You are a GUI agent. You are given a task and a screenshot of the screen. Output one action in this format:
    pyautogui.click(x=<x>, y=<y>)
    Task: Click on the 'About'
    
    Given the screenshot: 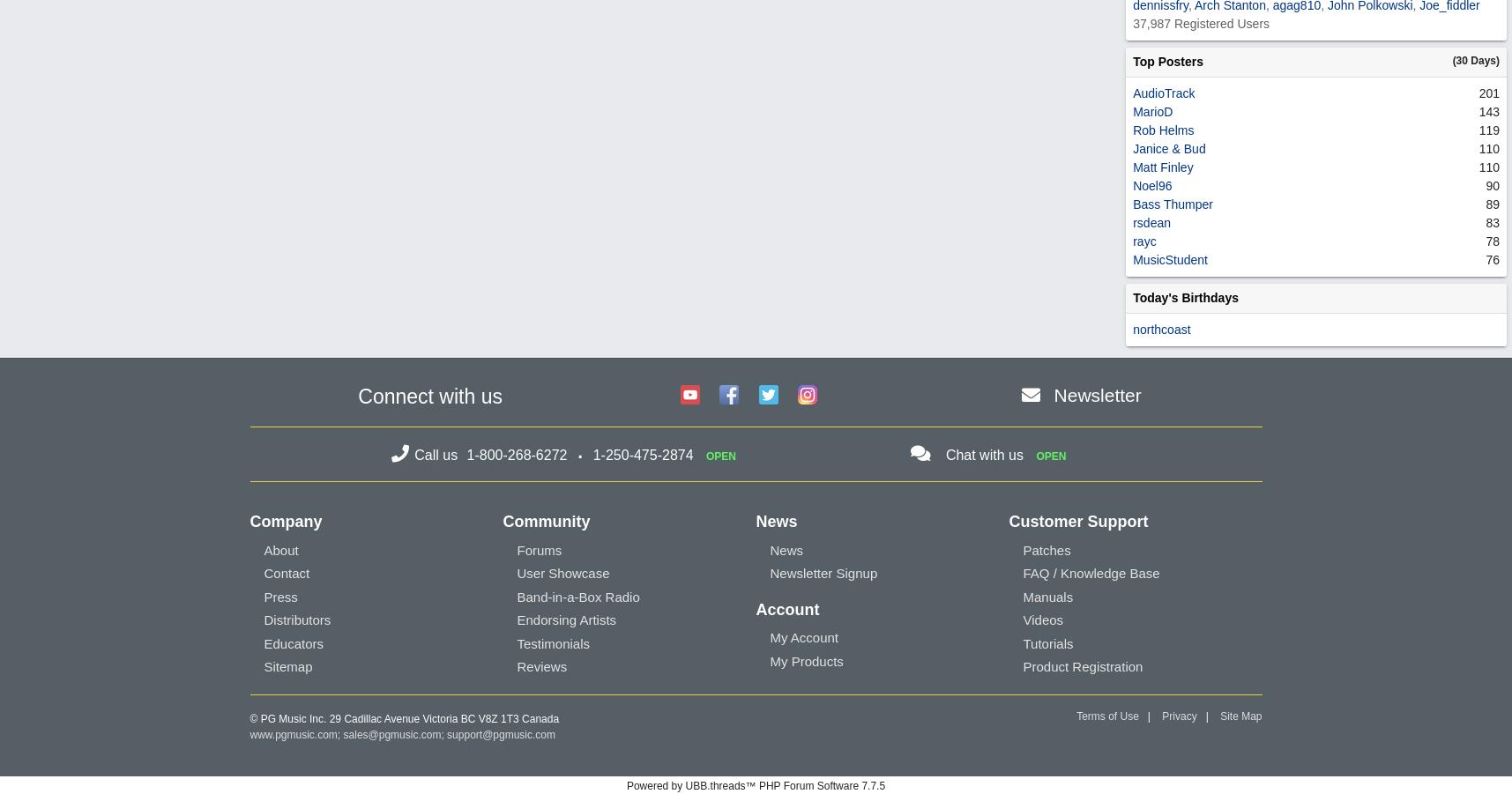 What is the action you would take?
    pyautogui.click(x=279, y=549)
    